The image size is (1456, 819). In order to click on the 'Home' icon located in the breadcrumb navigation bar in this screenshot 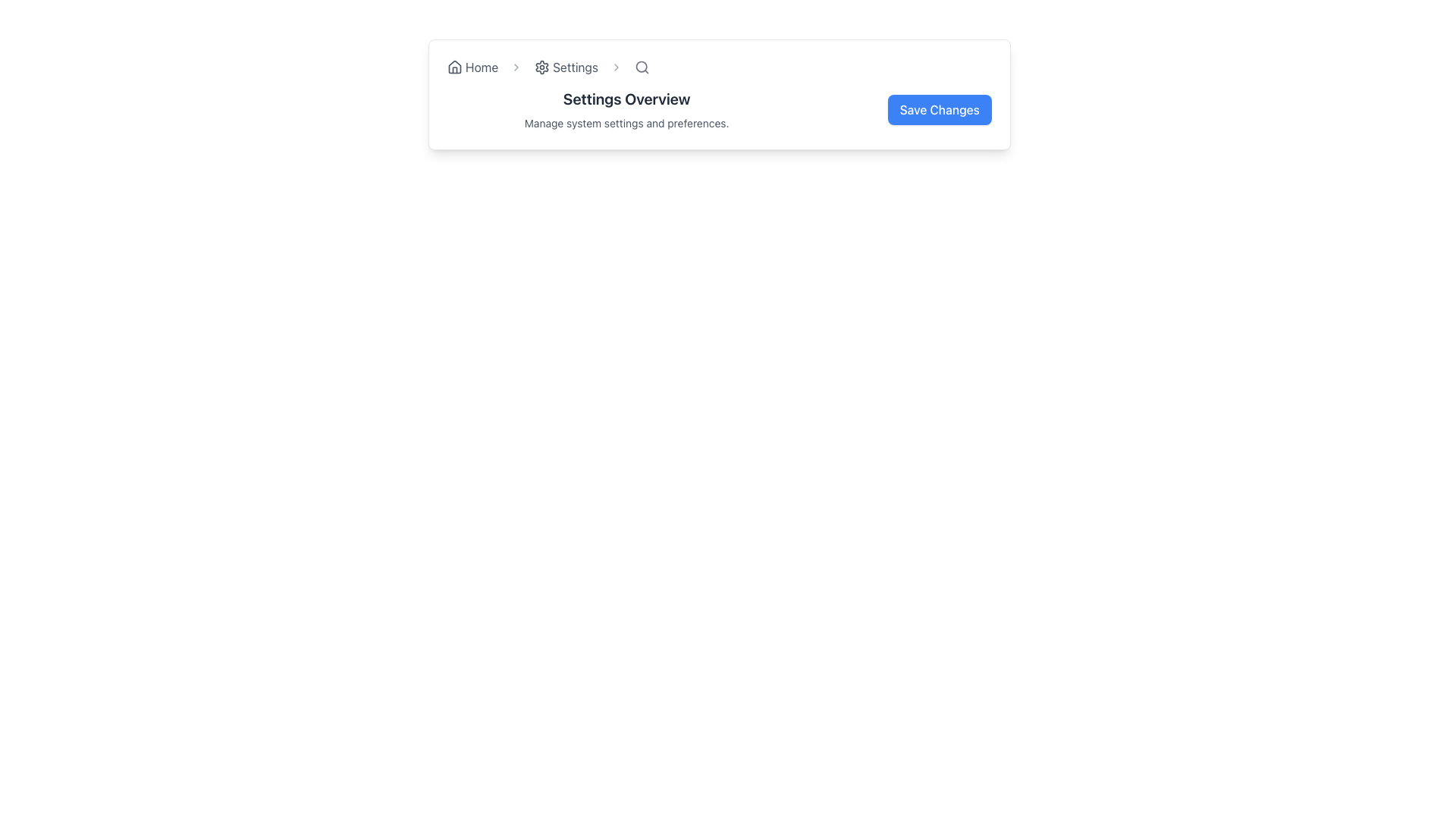, I will do `click(454, 66)`.